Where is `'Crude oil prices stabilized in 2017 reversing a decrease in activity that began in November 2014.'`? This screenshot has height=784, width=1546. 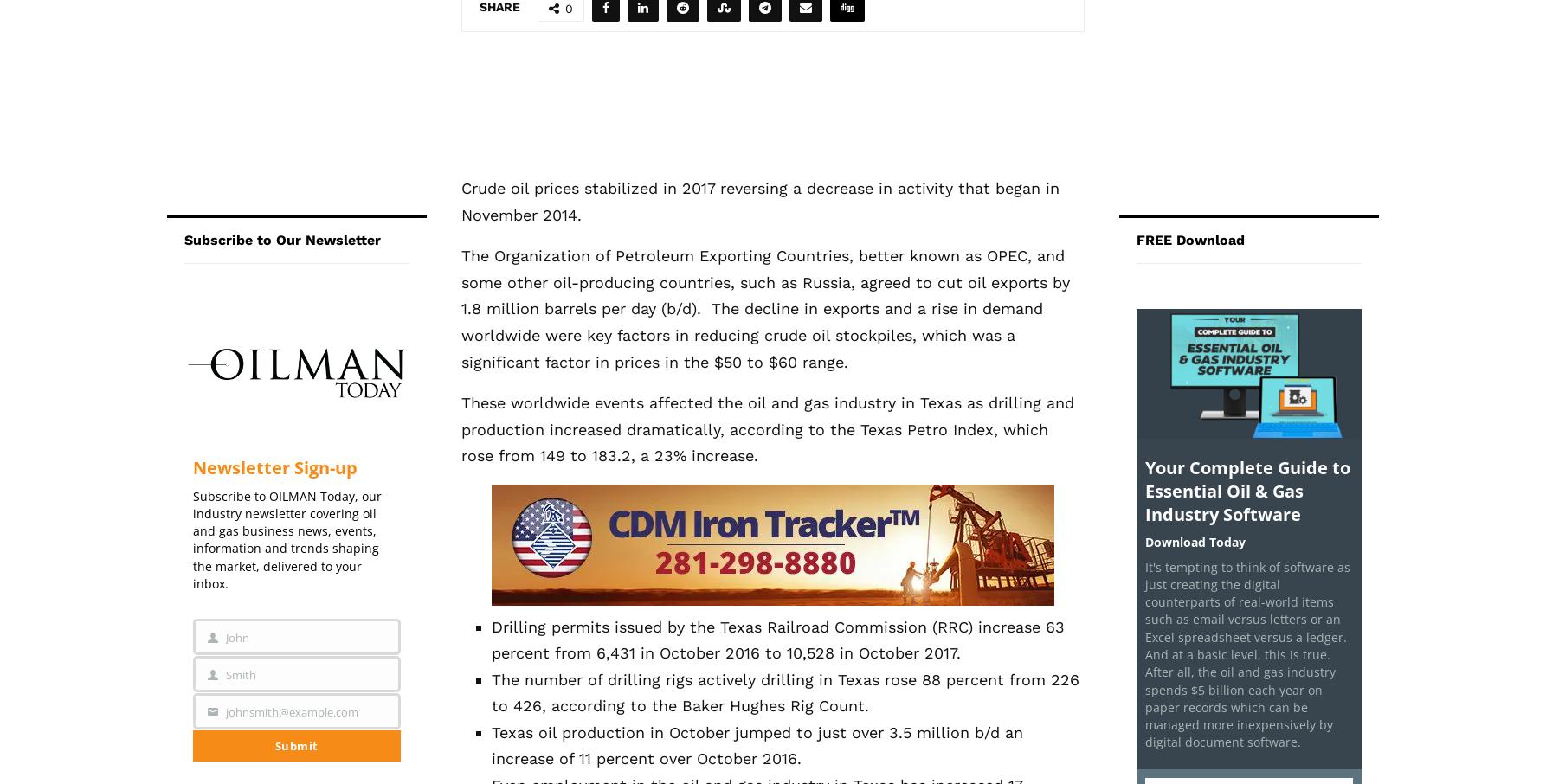 'Crude oil prices stabilized in 2017 reversing a decrease in activity that began in November 2014.' is located at coordinates (758, 201).